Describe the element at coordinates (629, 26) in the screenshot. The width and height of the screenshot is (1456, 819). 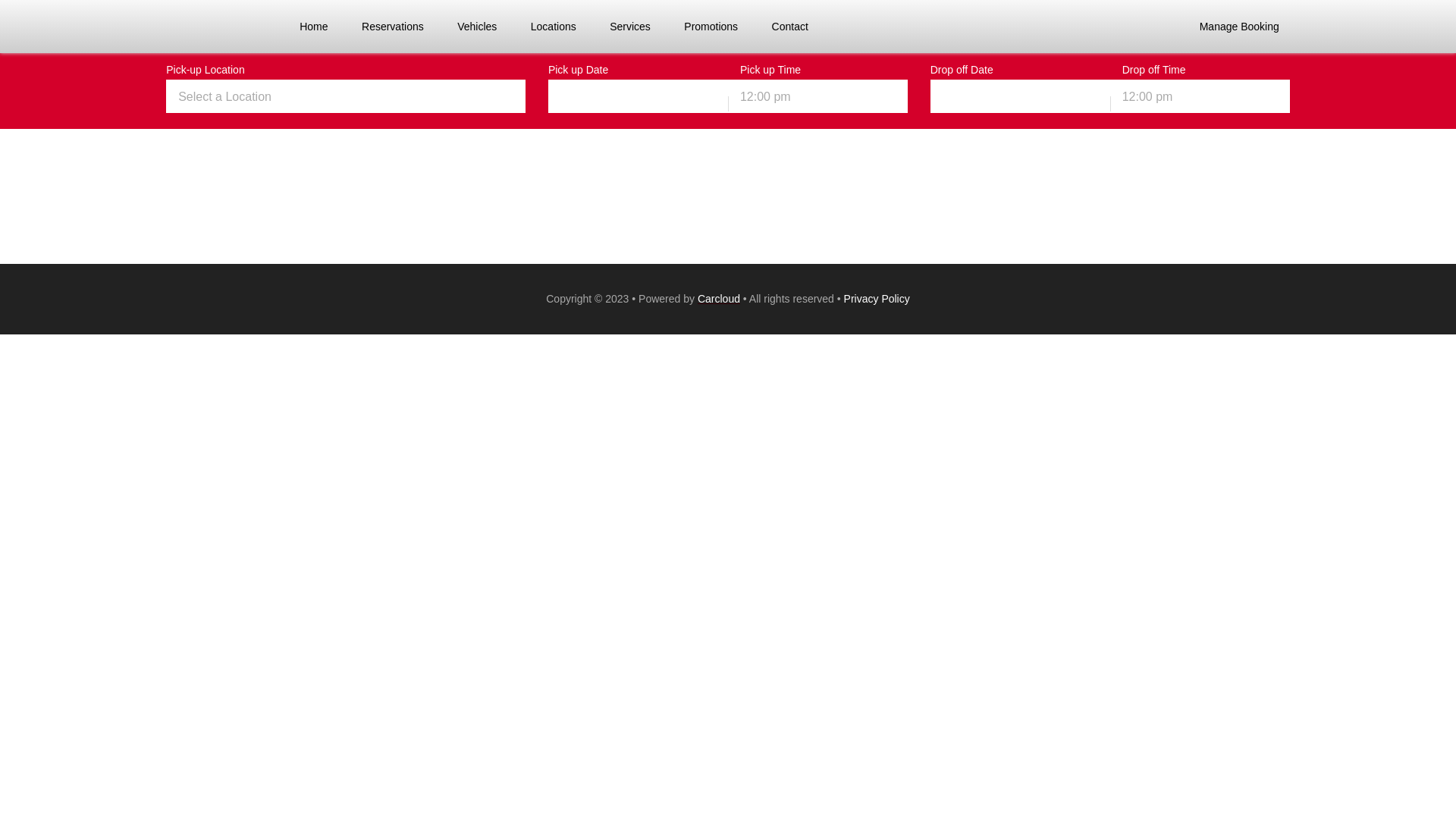
I see `'Services'` at that location.